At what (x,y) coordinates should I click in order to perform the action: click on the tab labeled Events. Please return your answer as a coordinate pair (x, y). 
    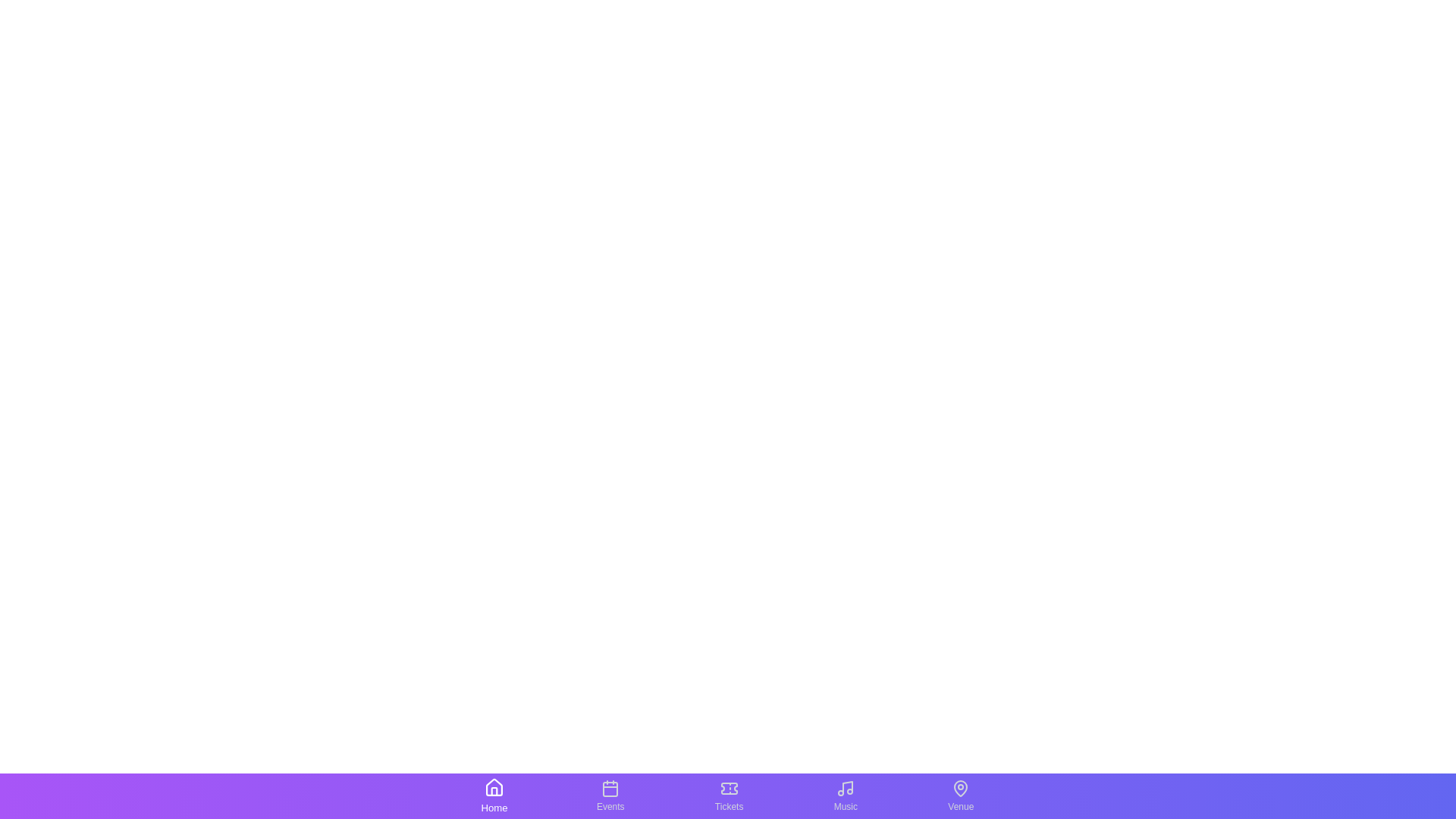
    Looking at the image, I should click on (610, 795).